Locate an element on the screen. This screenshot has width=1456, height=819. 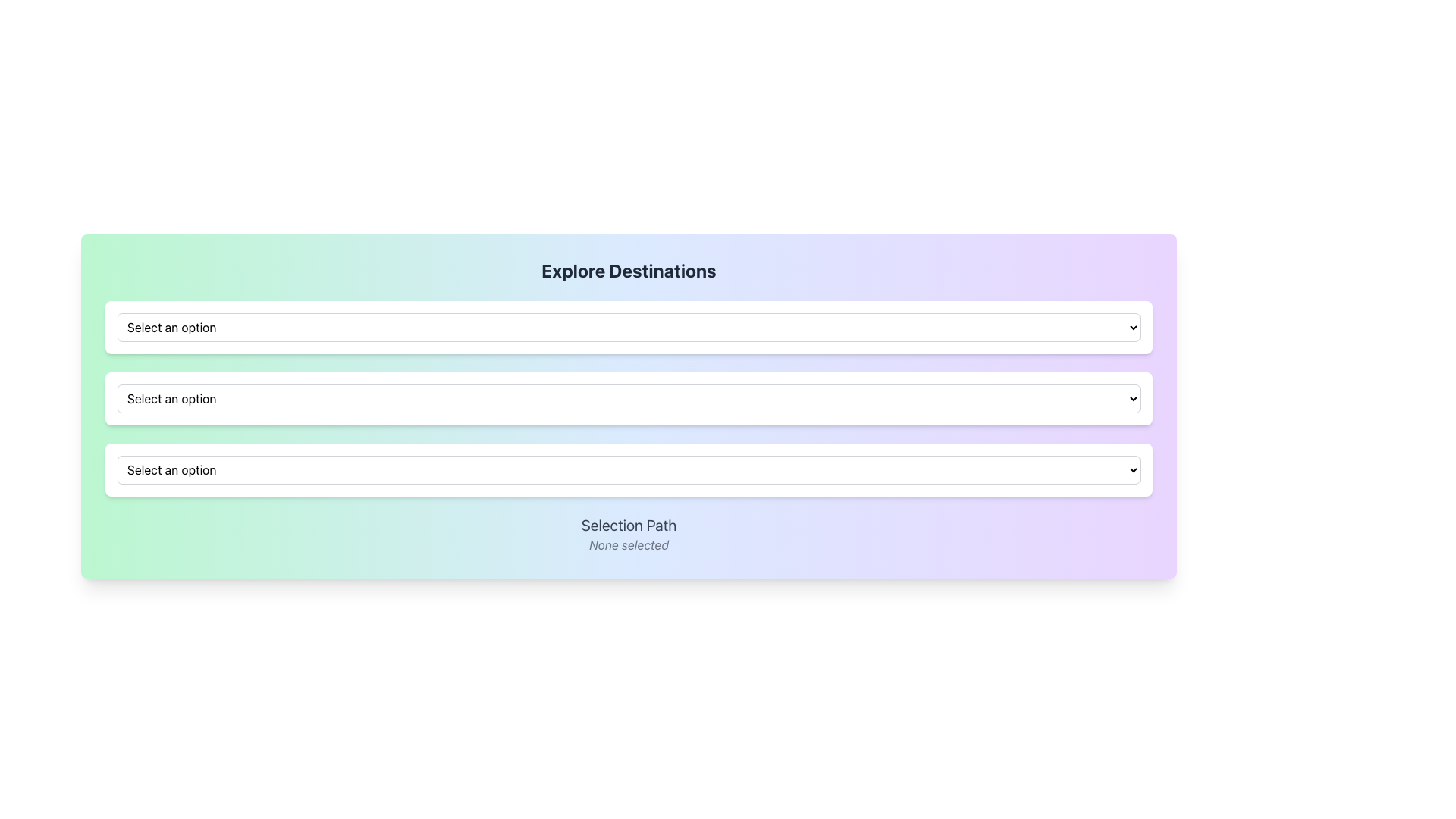
the second dropdown menu in the vertical list under the 'Explore Destinations' section is located at coordinates (629, 397).